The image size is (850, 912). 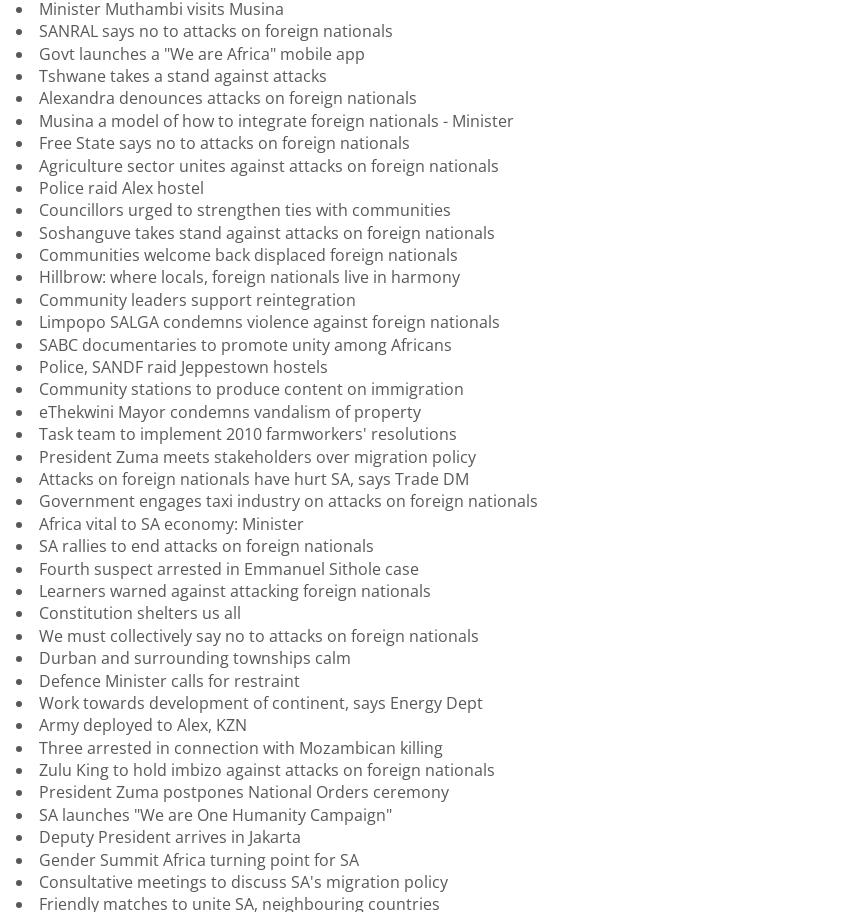 I want to click on 'Community stations to produce content on immigration', so click(x=38, y=388).